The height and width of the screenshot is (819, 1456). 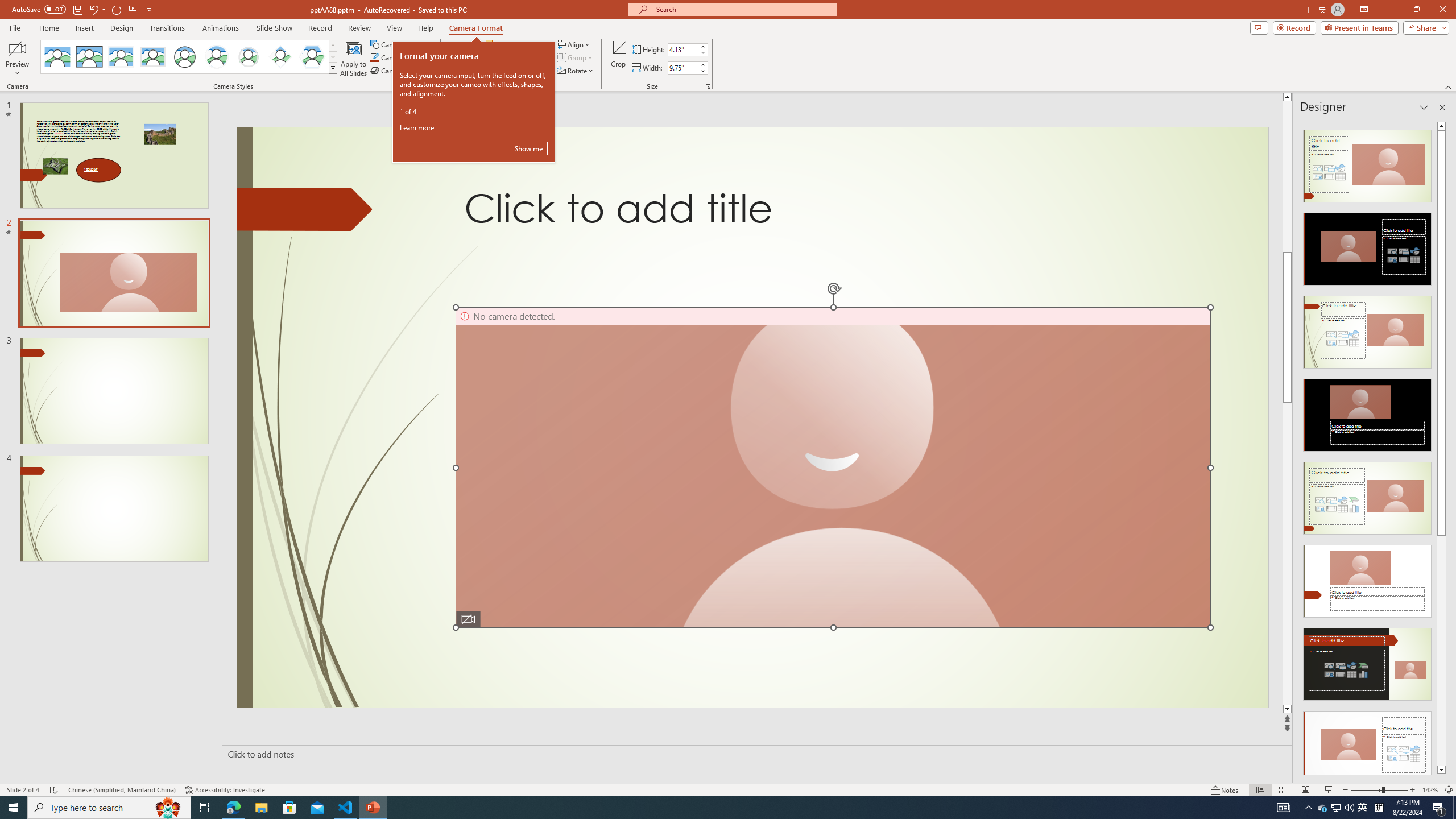 What do you see at coordinates (57, 56) in the screenshot?
I see `'No Style'` at bounding box center [57, 56].